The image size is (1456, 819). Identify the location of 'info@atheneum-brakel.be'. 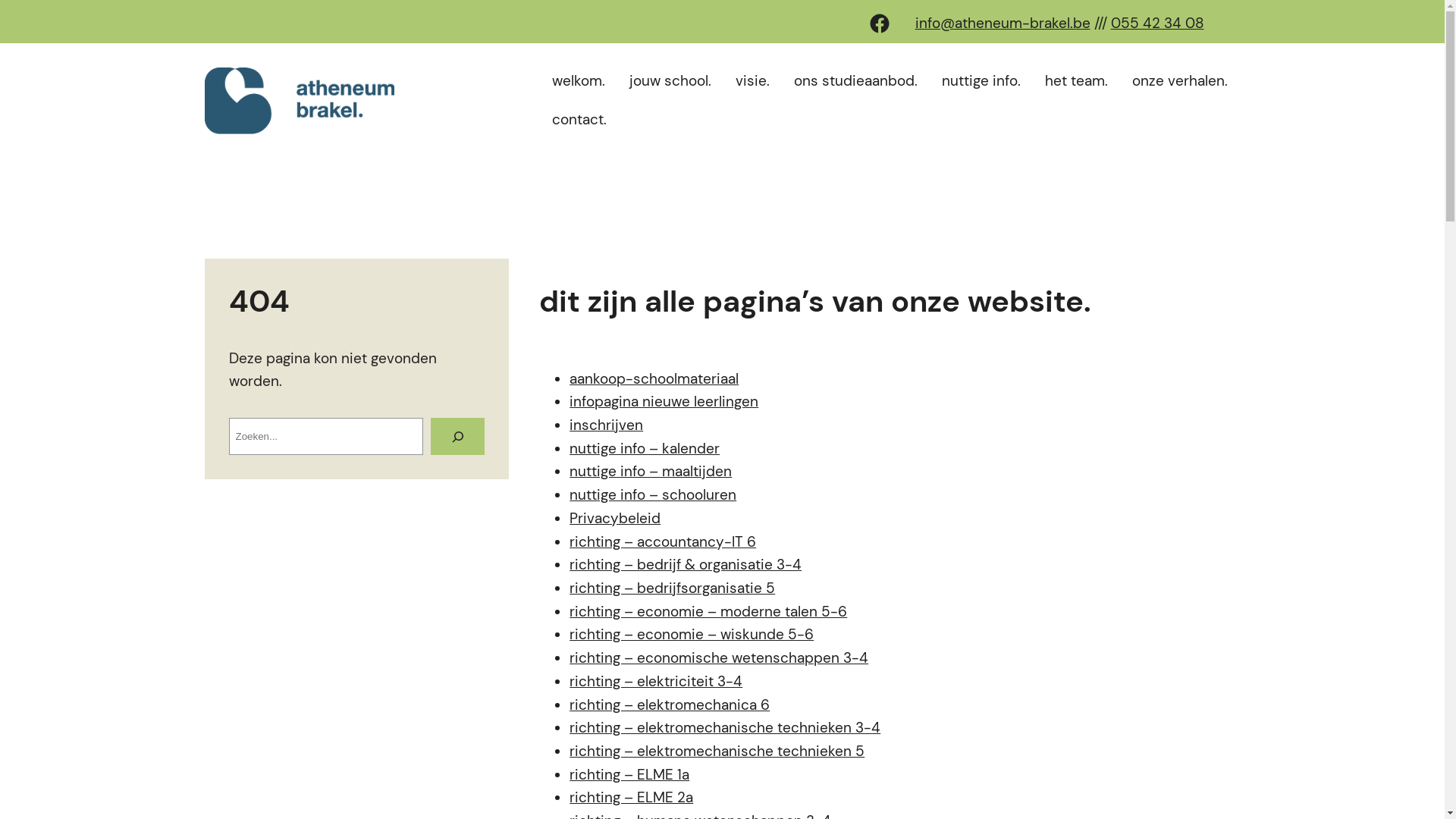
(913, 23).